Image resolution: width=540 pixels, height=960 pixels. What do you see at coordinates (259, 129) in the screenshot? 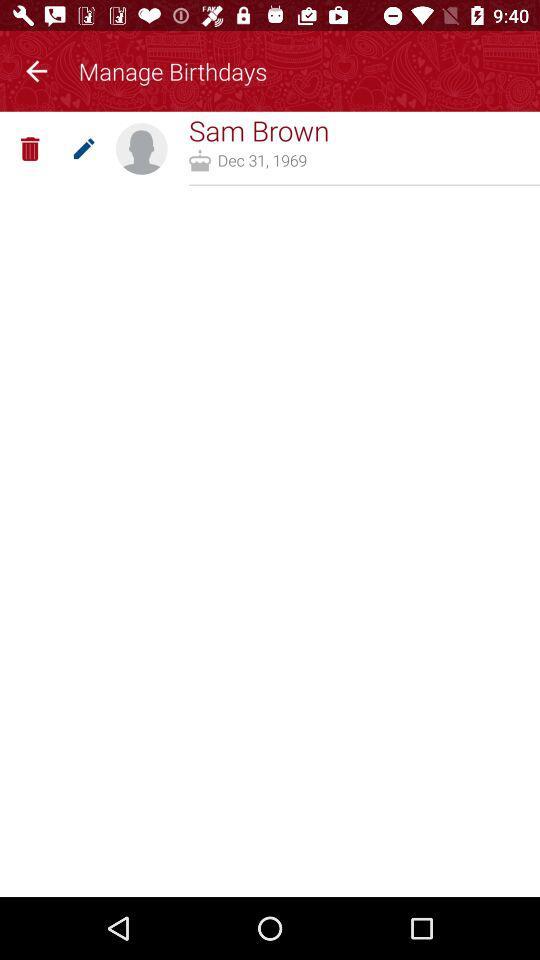
I see `the icon below manage birthdays item` at bounding box center [259, 129].